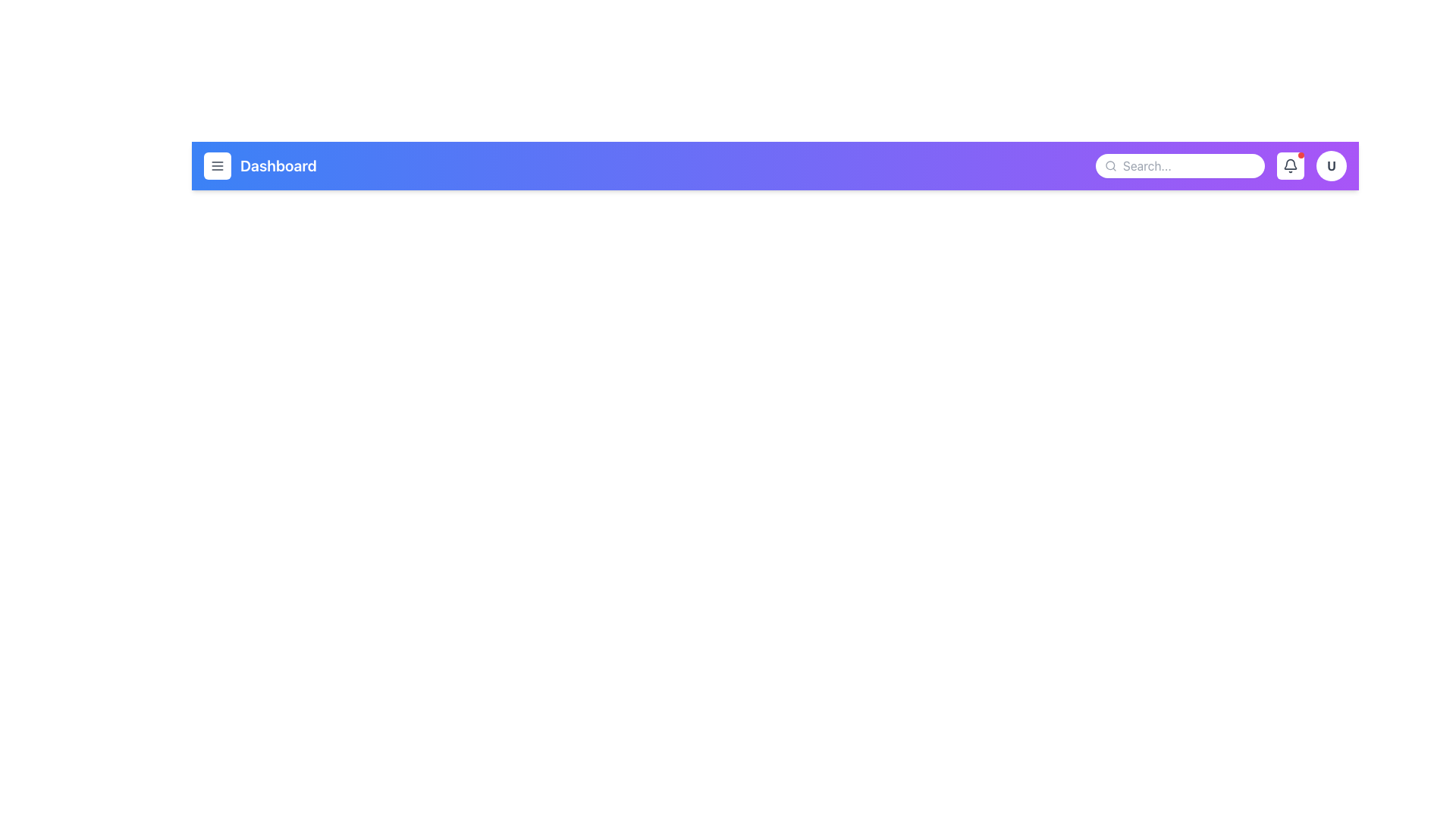  I want to click on the user profile icon, which is represented by a text element within a white circular background, located at the far right end of the top navigation bar, so click(1331, 166).